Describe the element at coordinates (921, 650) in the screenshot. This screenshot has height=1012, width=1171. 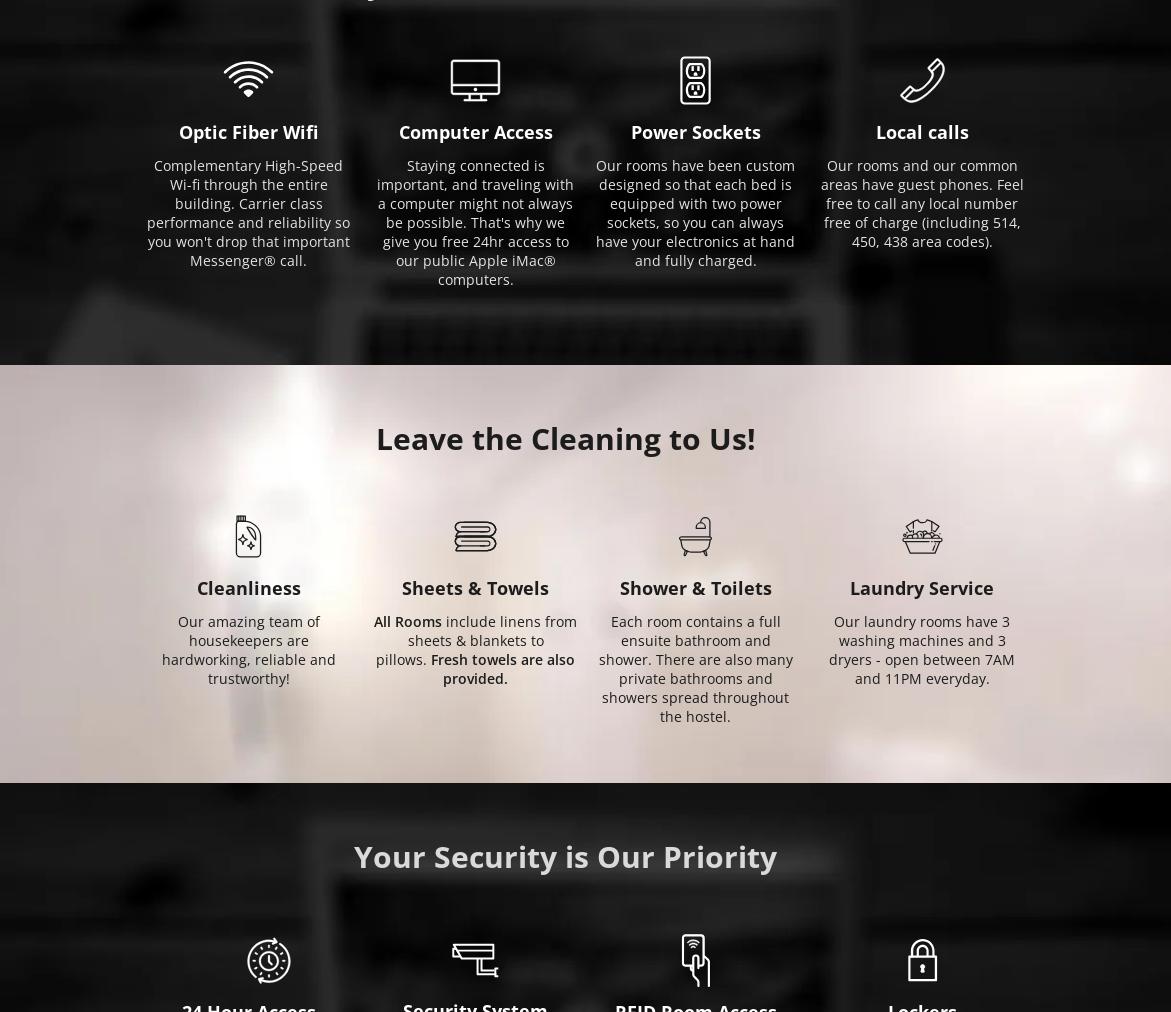
I see `'Our laundry rooms have 3 washing machines and 3 dryers - open between 7AM and 11PM everyday.'` at that location.